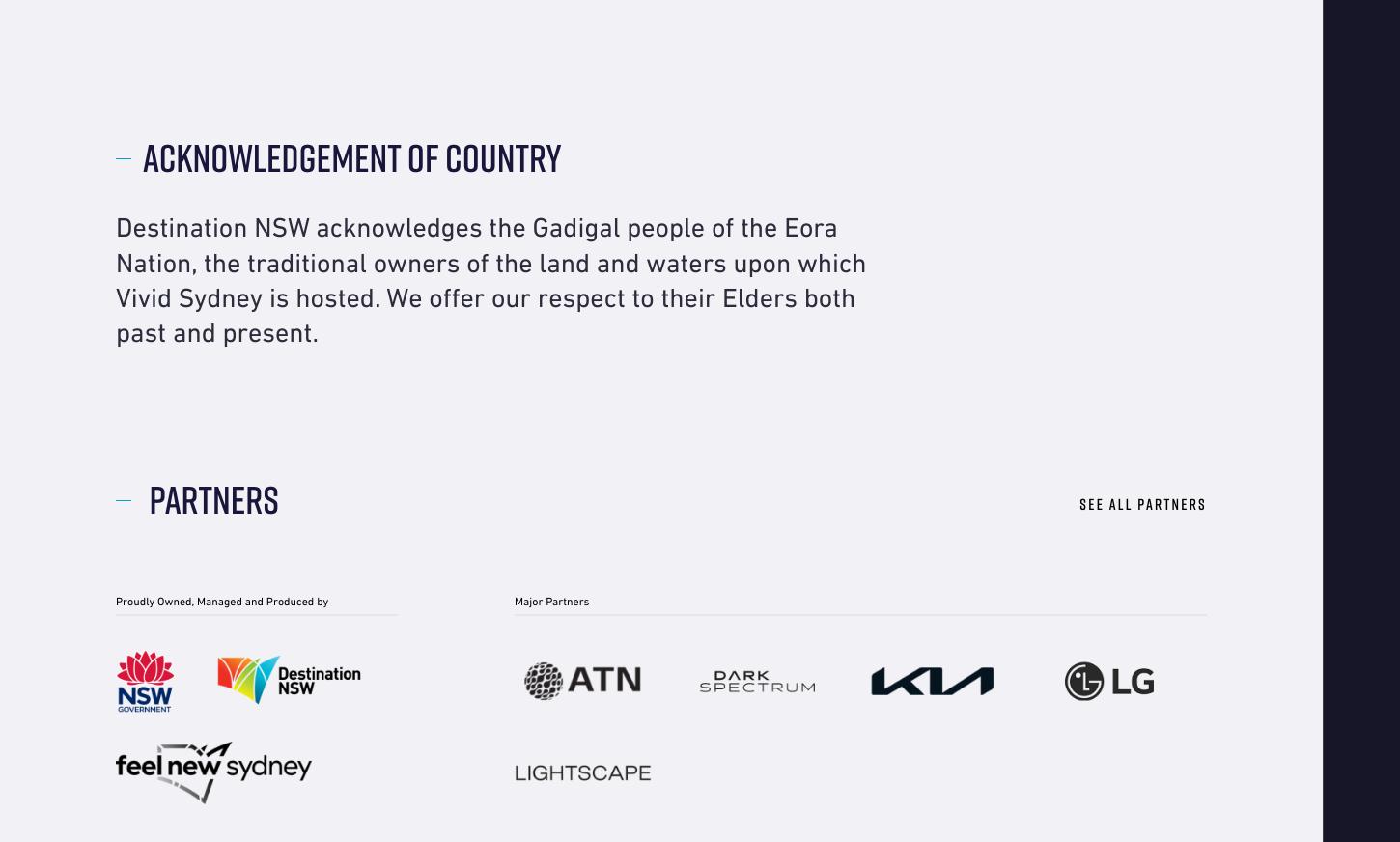 This screenshot has height=842, width=1400. What do you see at coordinates (1040, 42) in the screenshot?
I see `'We’ll keep you in the loop on the hottest acts, and ticket information. Don’t miss out.'` at bounding box center [1040, 42].